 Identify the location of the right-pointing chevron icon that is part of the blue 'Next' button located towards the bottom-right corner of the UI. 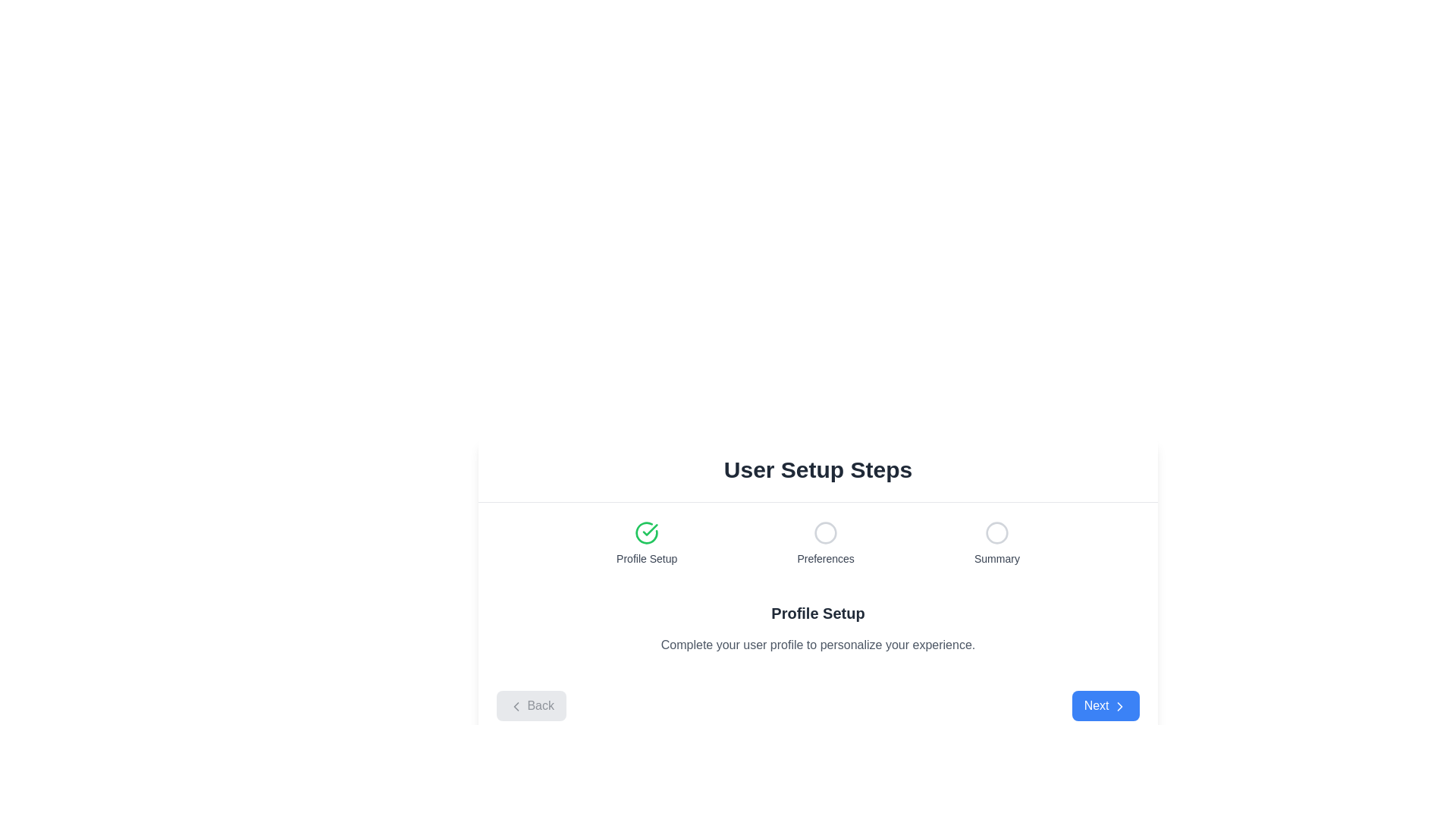
(1120, 705).